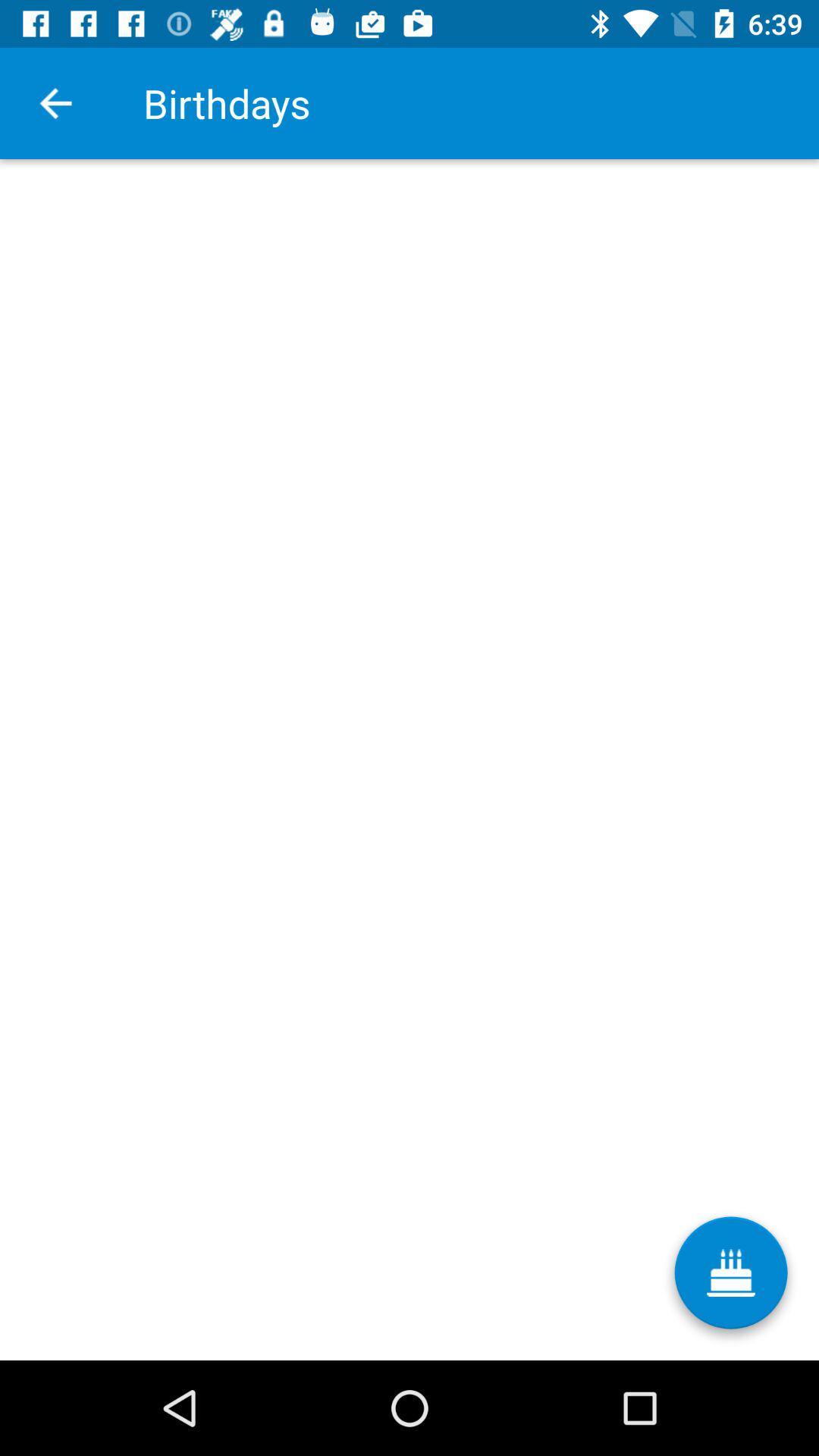 The image size is (819, 1456). What do you see at coordinates (55, 102) in the screenshot?
I see `icon at the top left corner` at bounding box center [55, 102].